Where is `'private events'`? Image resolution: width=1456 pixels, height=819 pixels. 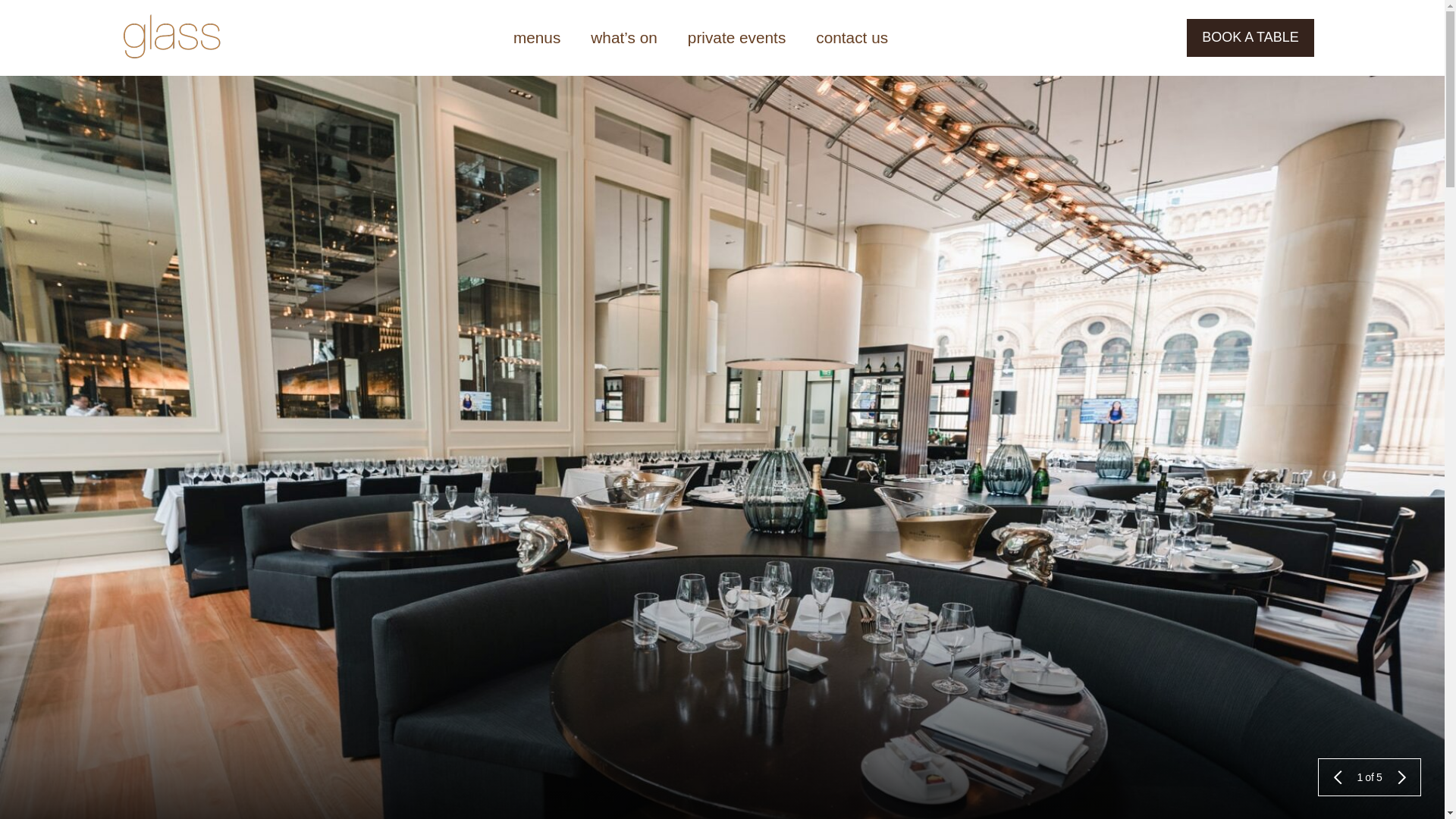
'private events' is located at coordinates (736, 37).